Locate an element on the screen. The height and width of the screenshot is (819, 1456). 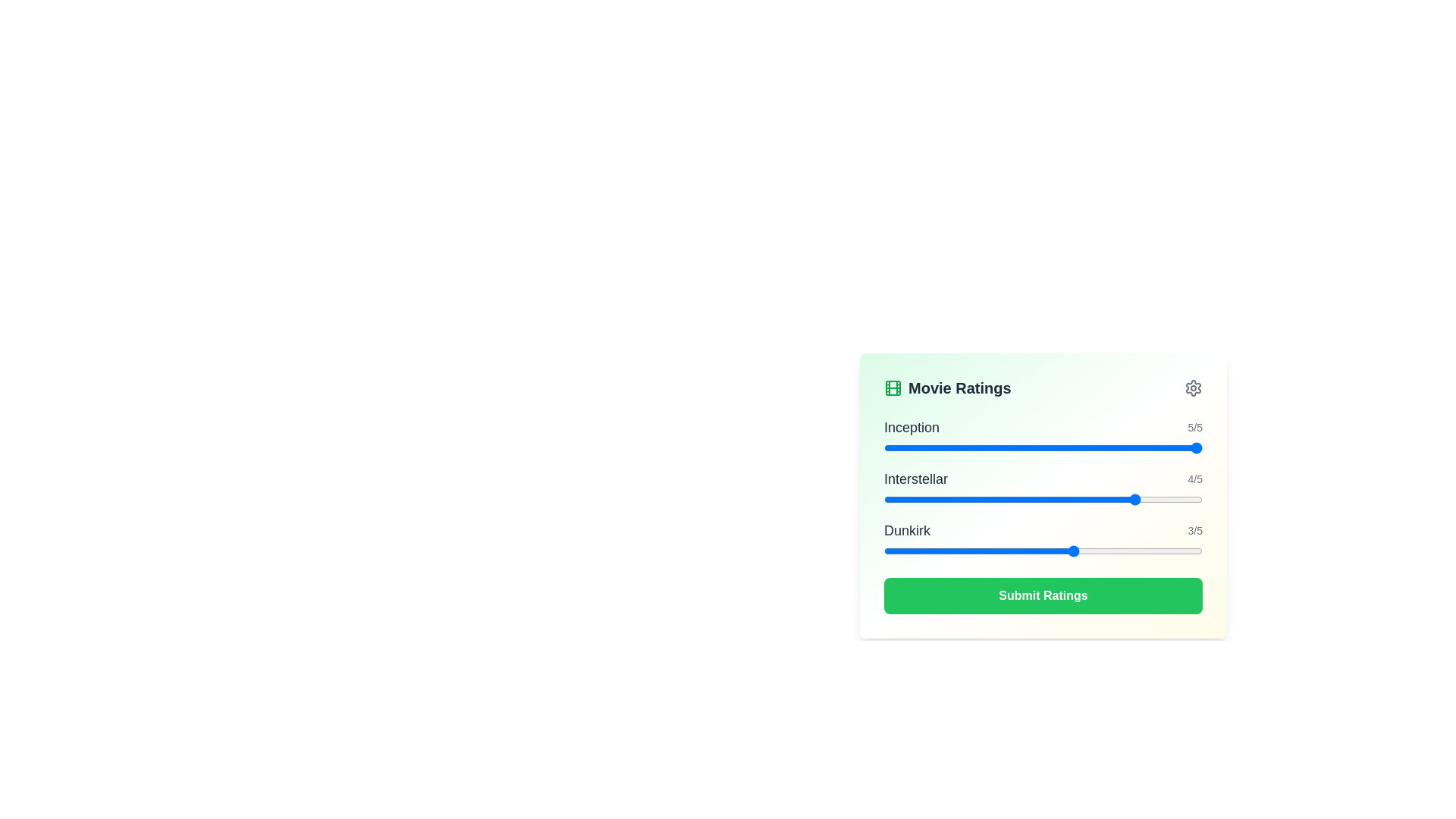
the static text label indicating the title 'Dunkirk' associated with the movie rating entry, located in the lower section of the panel under the 'Movie Ratings' heading is located at coordinates (907, 529).